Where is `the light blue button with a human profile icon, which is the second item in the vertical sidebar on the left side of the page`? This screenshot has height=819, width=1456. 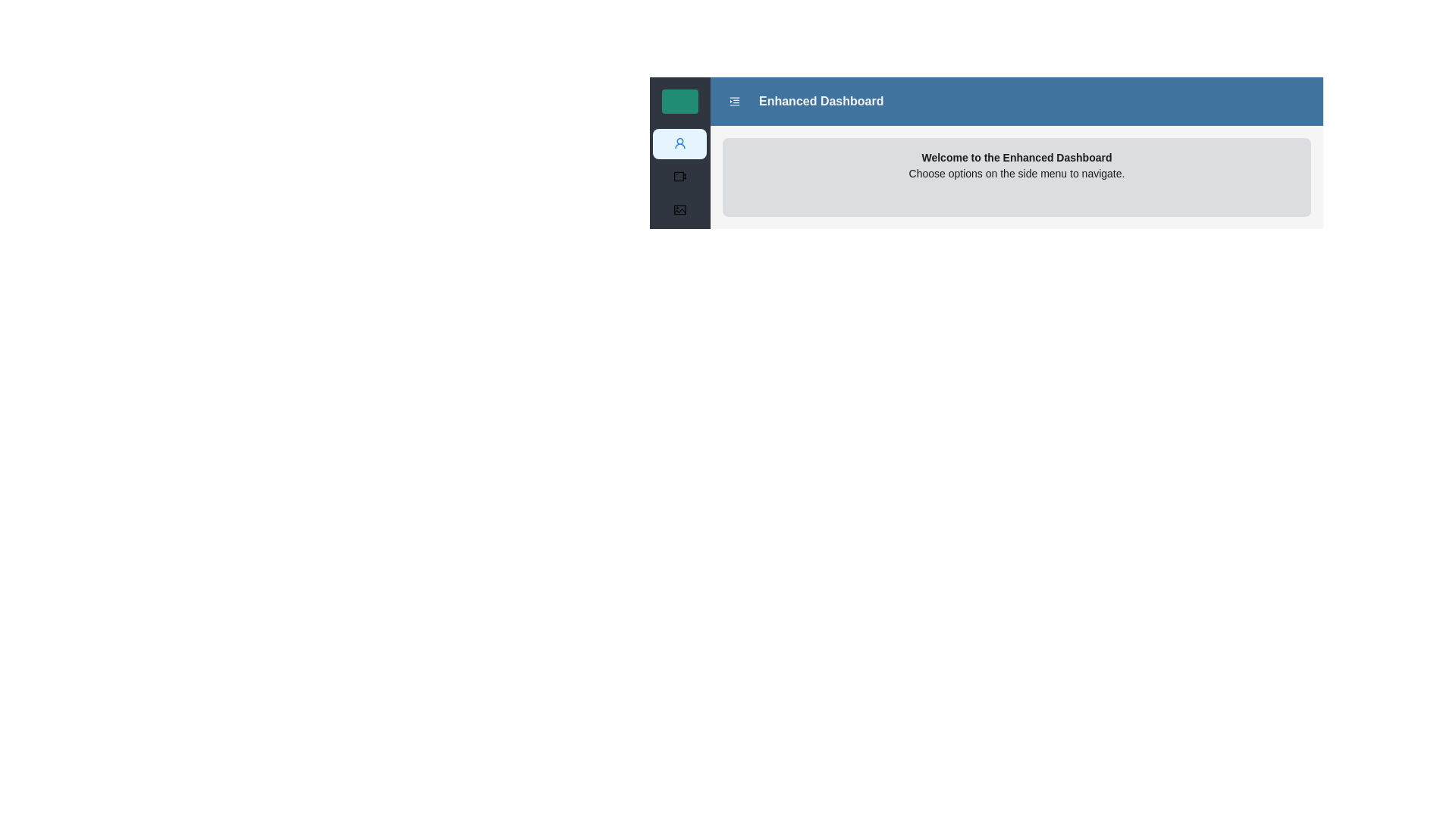 the light blue button with a human profile icon, which is the second item in the vertical sidebar on the left side of the page is located at coordinates (679, 152).